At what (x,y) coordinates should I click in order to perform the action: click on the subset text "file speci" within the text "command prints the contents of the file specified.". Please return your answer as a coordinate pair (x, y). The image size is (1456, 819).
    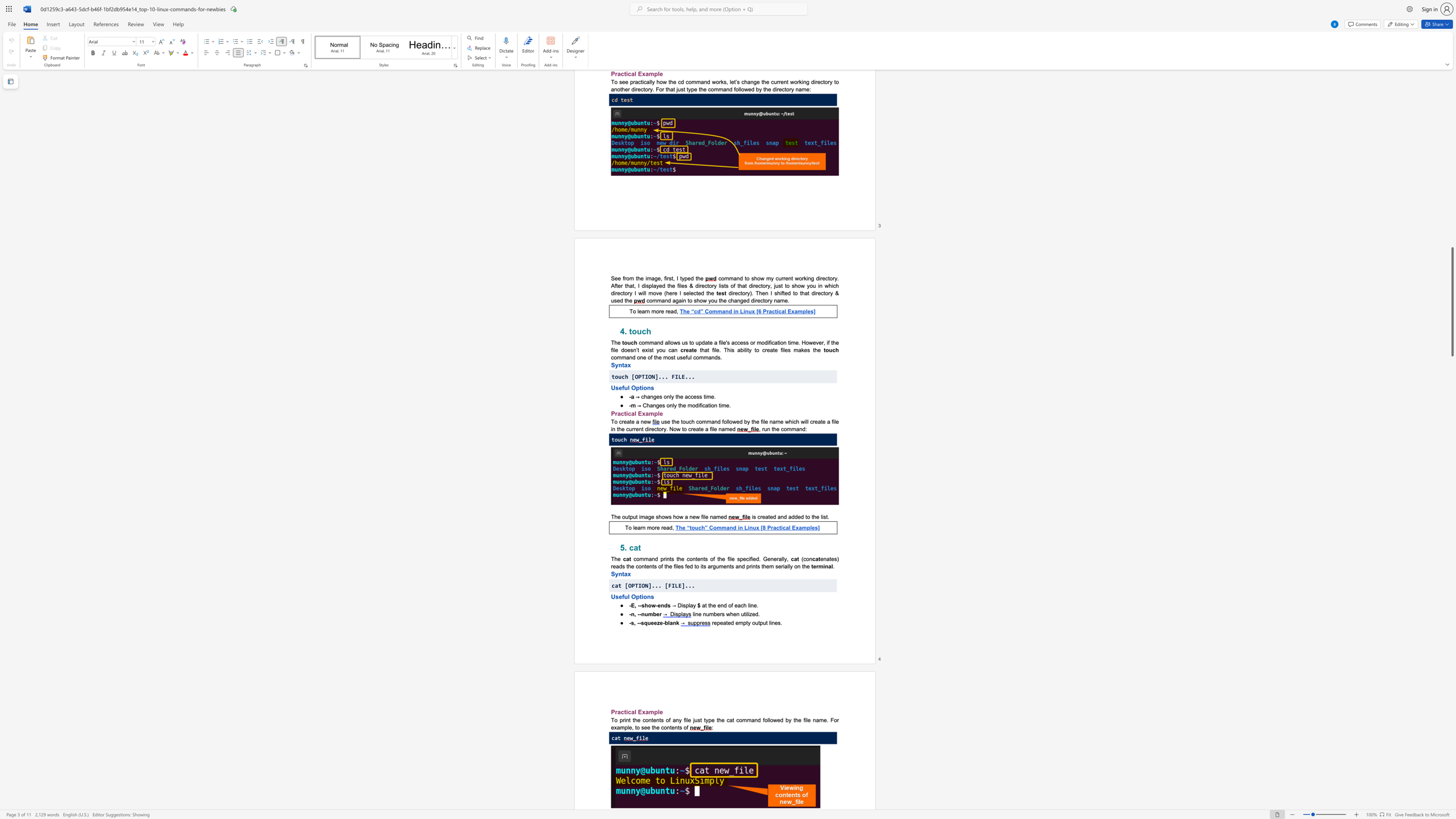
    Looking at the image, I should click on (726, 559).